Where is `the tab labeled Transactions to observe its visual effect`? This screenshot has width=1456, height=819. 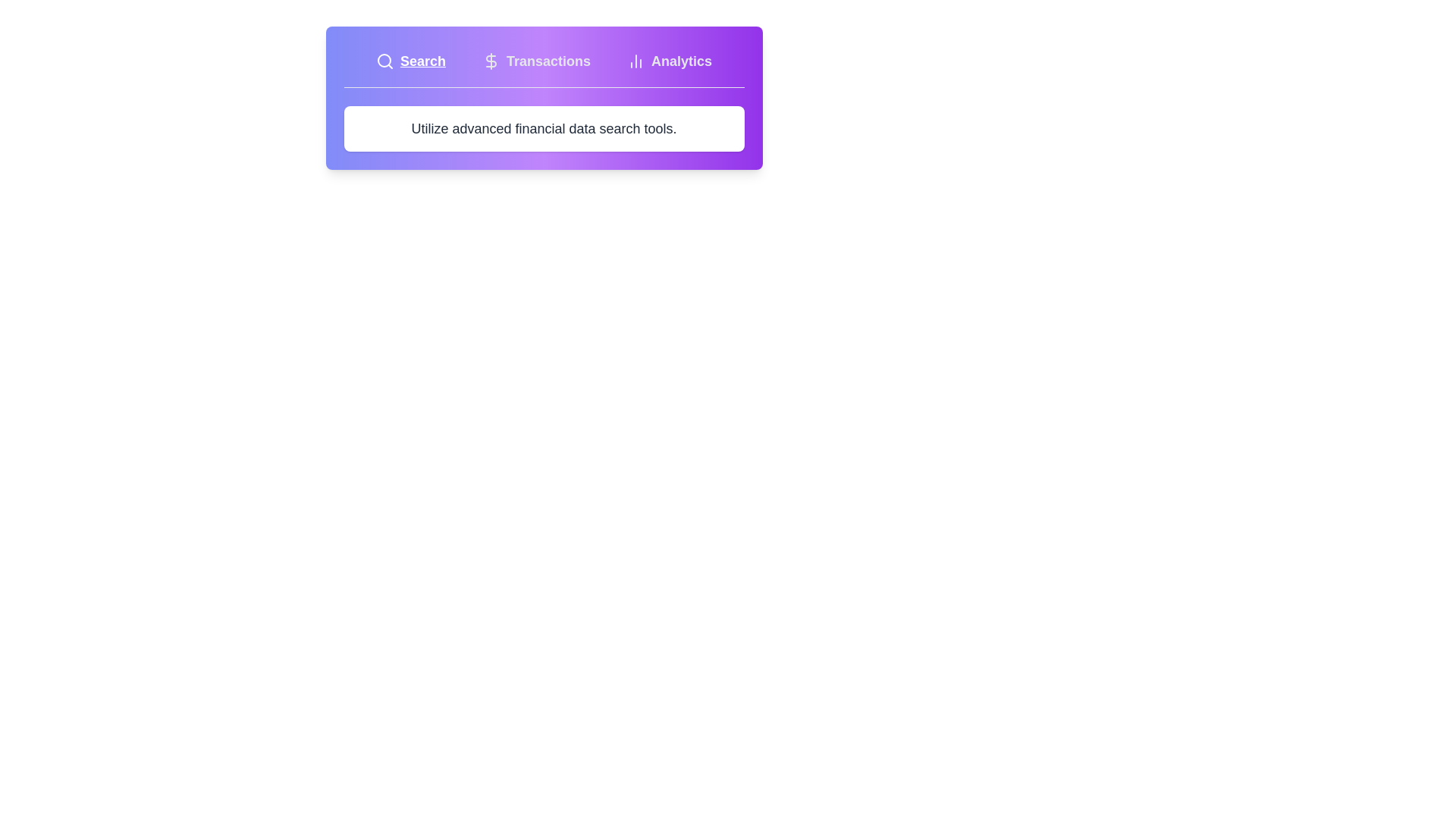 the tab labeled Transactions to observe its visual effect is located at coordinates (536, 61).